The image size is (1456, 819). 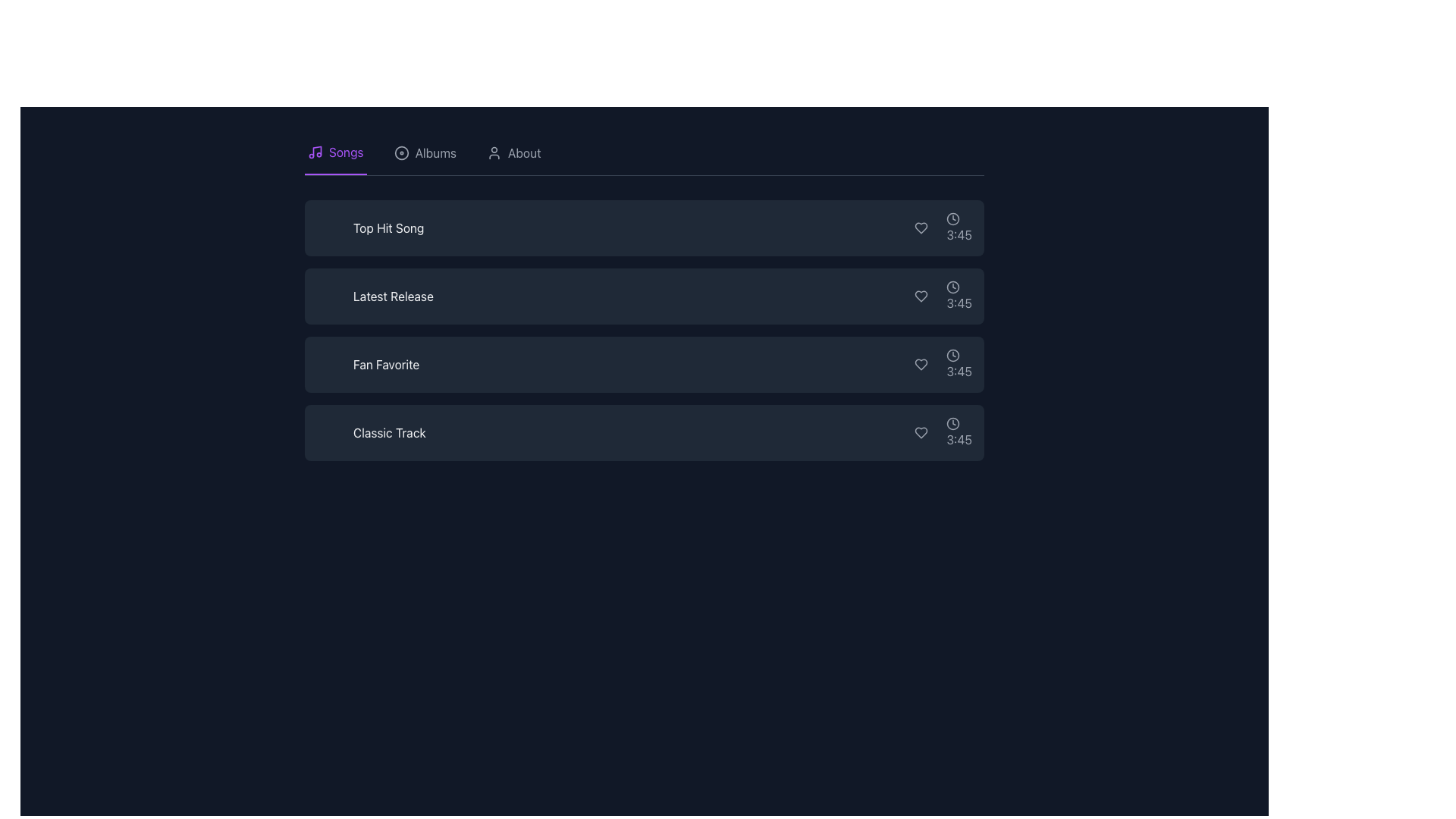 What do you see at coordinates (952, 356) in the screenshot?
I see `the SVG circle component of the clock icon located at the right end of the third list item in a vertically stacked group of items` at bounding box center [952, 356].